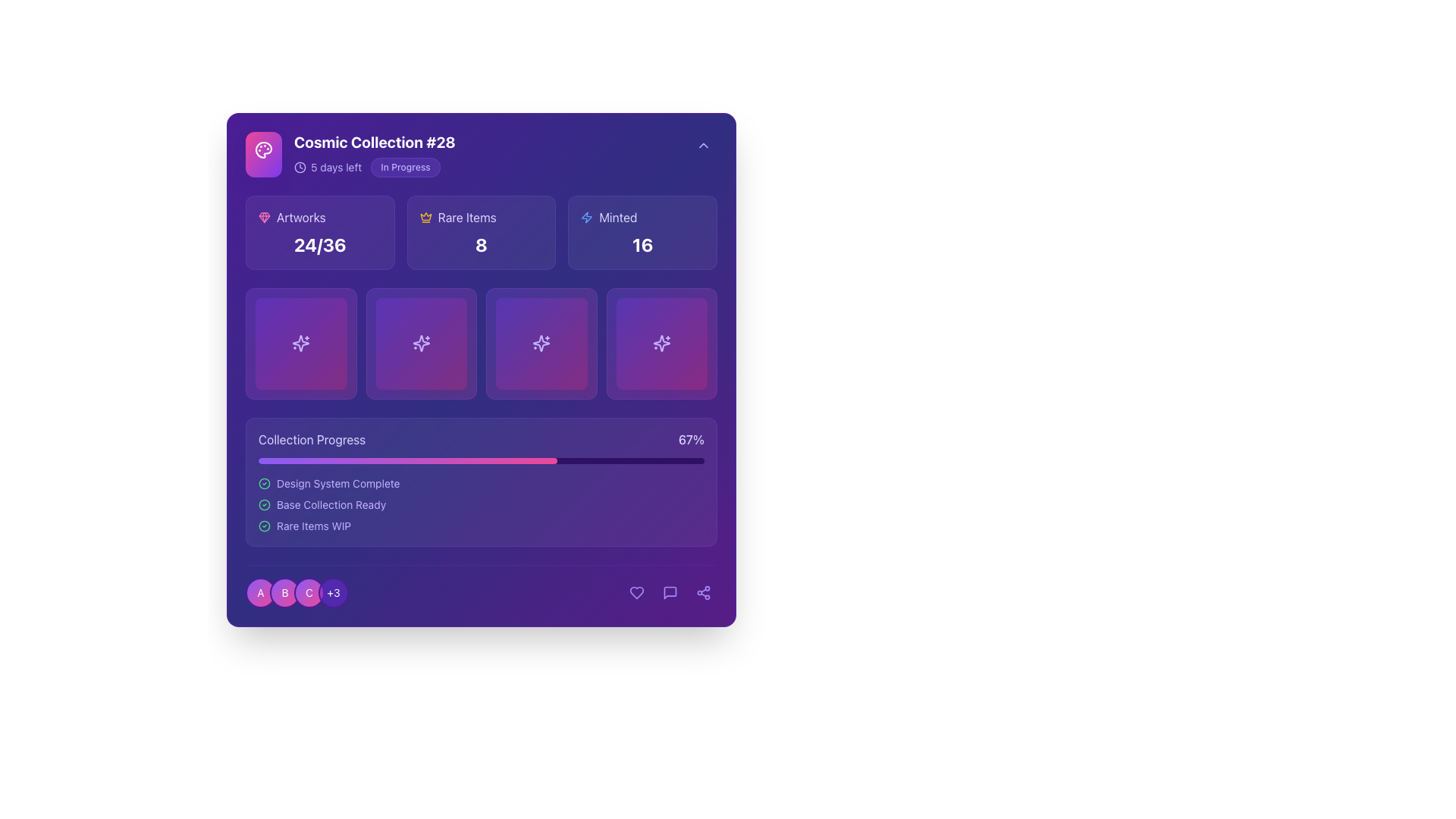  What do you see at coordinates (669, 591) in the screenshot?
I see `the purple message bubble icon button located in the bottom-right corner of the interface` at bounding box center [669, 591].